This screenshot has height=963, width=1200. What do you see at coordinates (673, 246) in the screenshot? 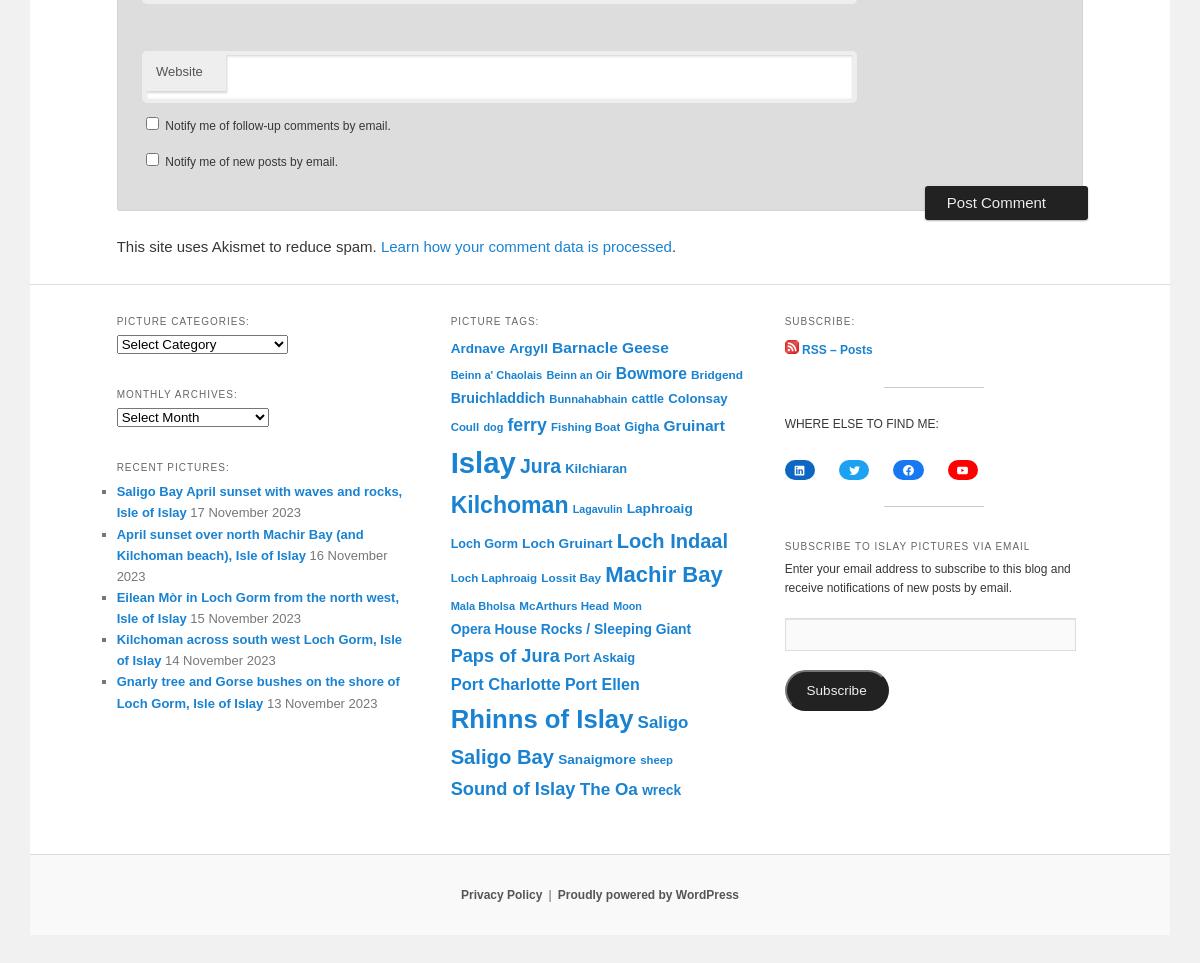
I see `'.'` at bounding box center [673, 246].